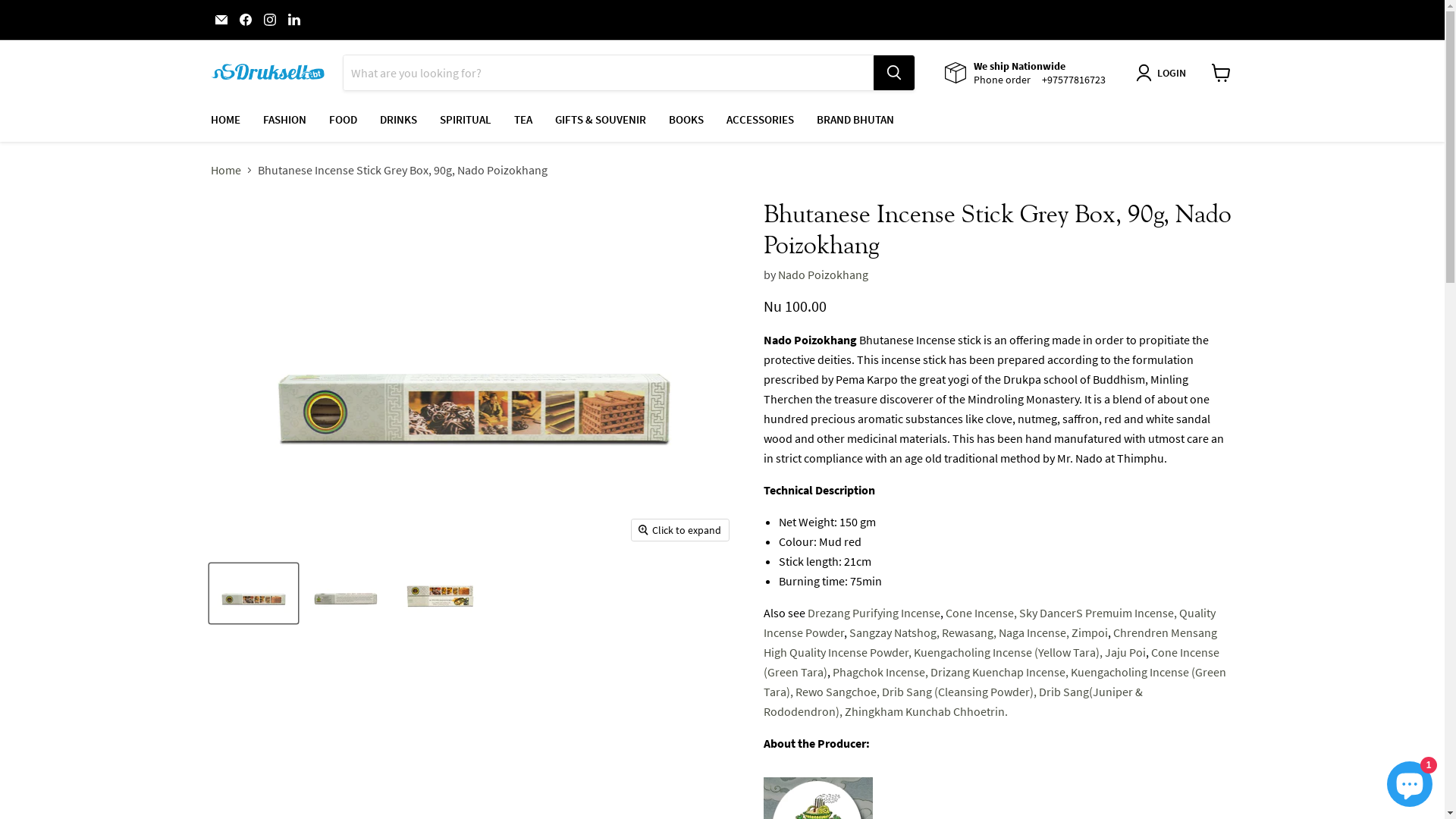 This screenshot has width=1456, height=819. What do you see at coordinates (1032, 632) in the screenshot?
I see `'Naga Incense,'` at bounding box center [1032, 632].